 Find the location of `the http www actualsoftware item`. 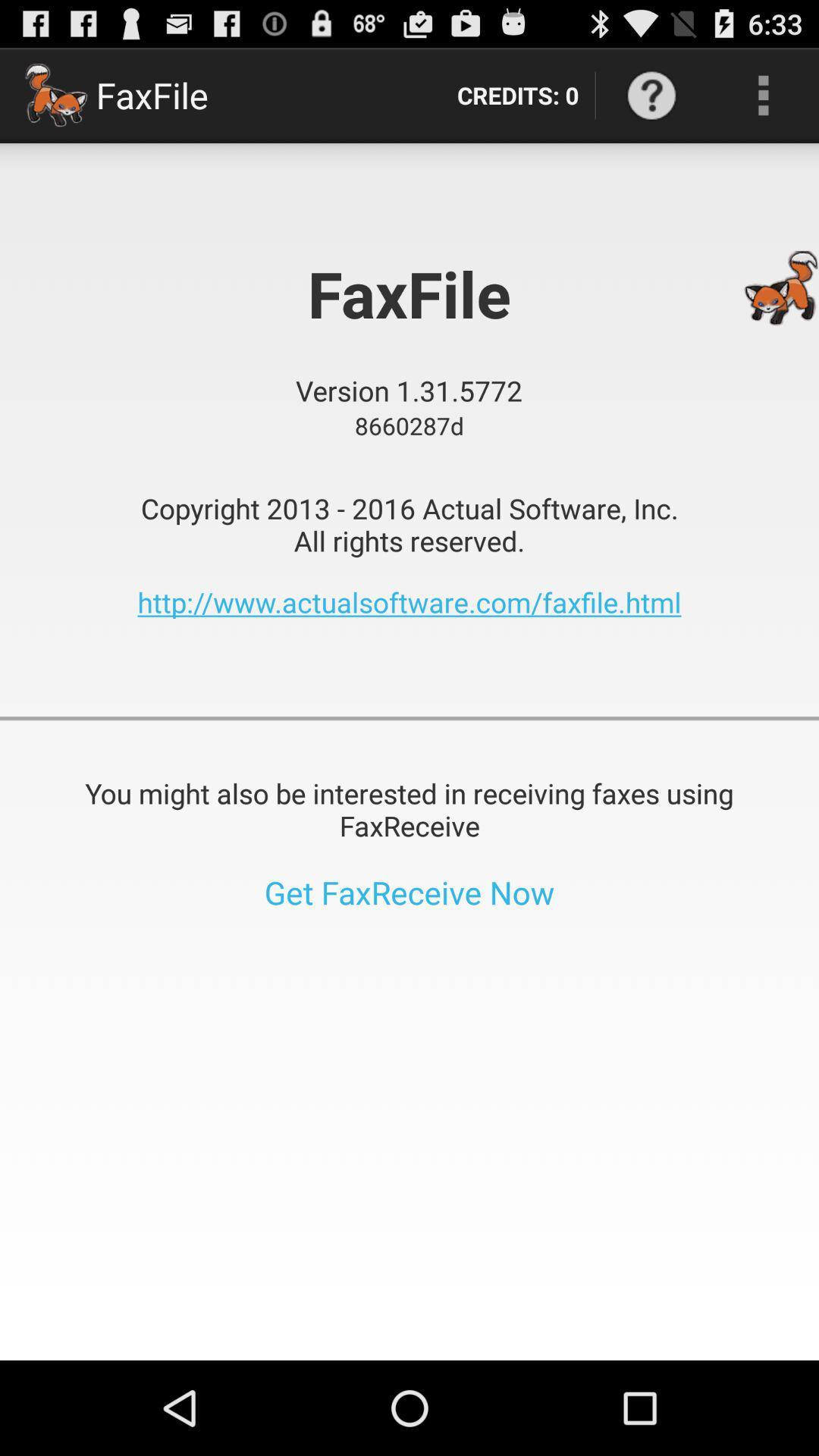

the http www actualsoftware item is located at coordinates (409, 601).